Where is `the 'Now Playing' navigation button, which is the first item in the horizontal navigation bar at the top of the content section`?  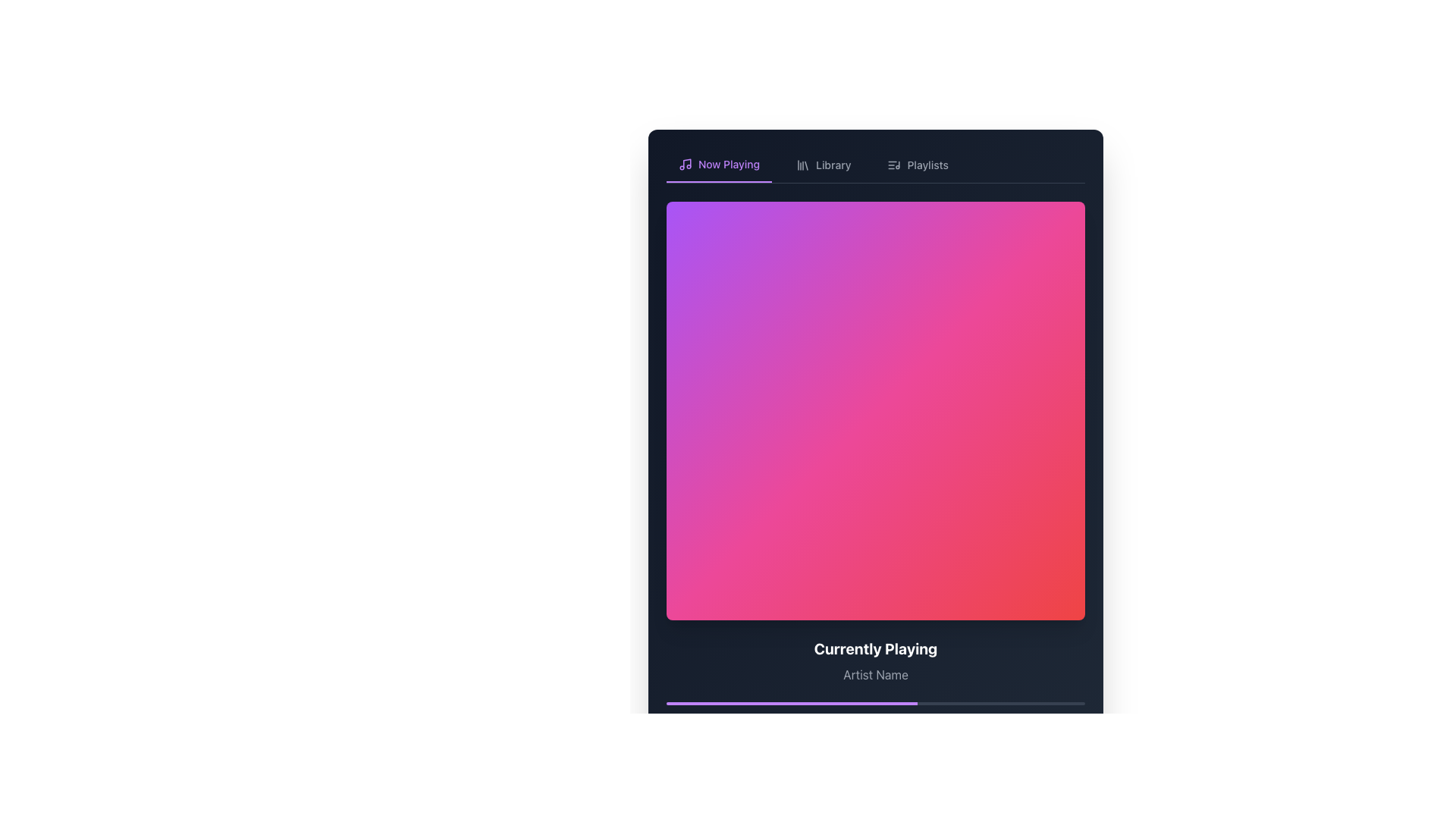
the 'Now Playing' navigation button, which is the first item in the horizontal navigation bar at the top of the content section is located at coordinates (718, 165).